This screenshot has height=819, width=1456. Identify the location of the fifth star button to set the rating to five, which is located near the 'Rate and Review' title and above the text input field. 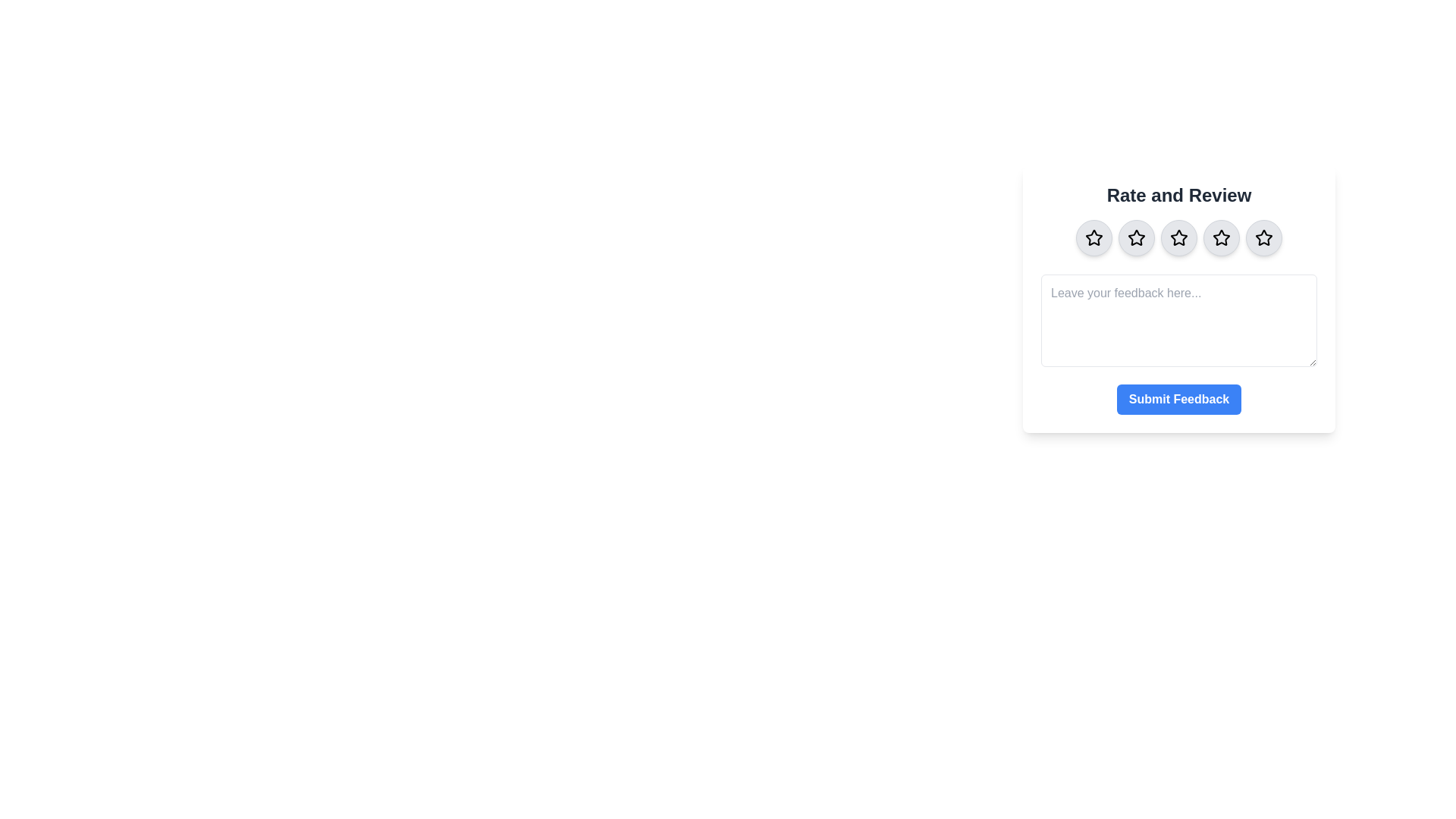
(1263, 237).